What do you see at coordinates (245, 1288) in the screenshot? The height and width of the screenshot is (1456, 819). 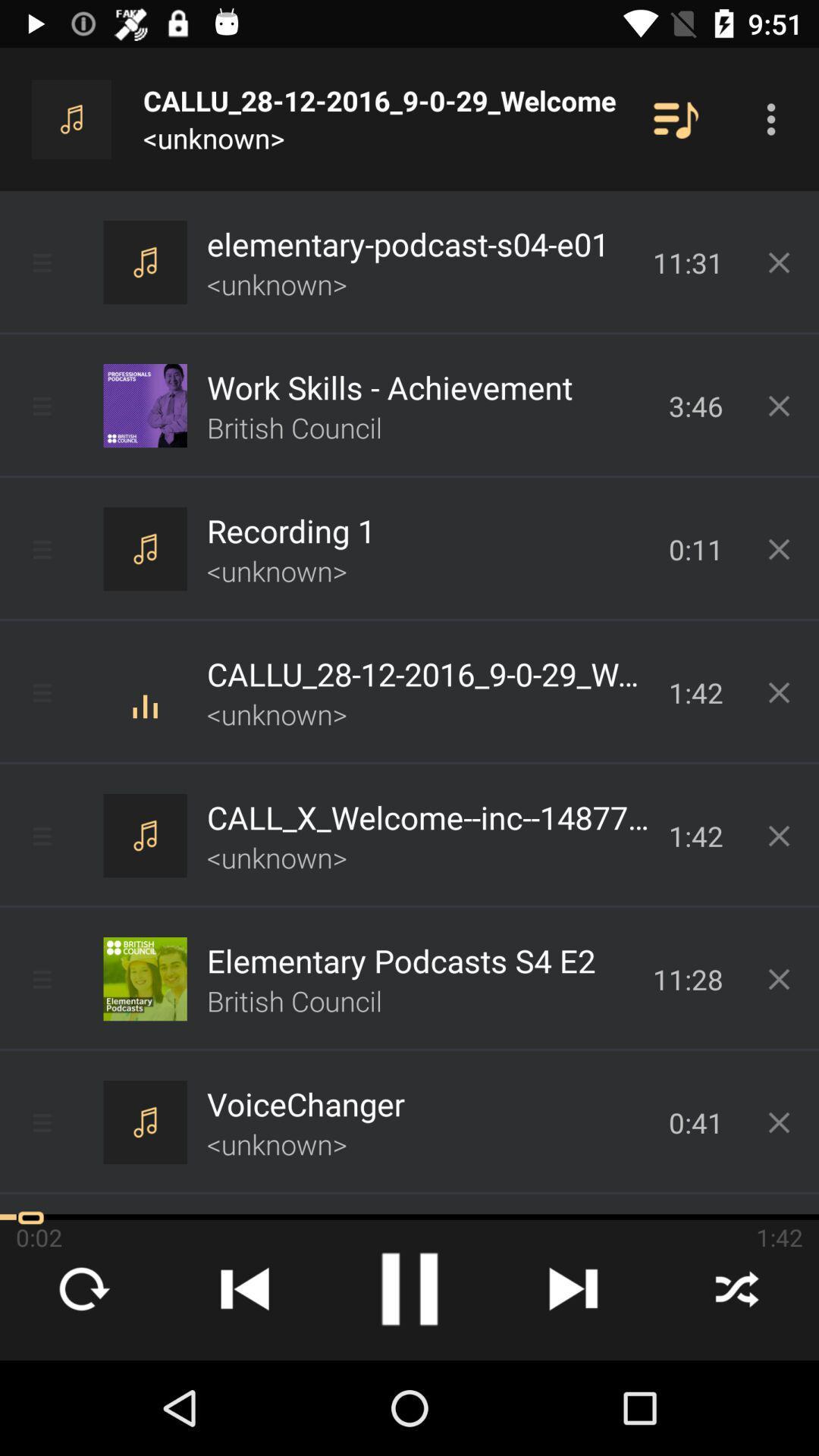 I see `the skip_previous icon` at bounding box center [245, 1288].